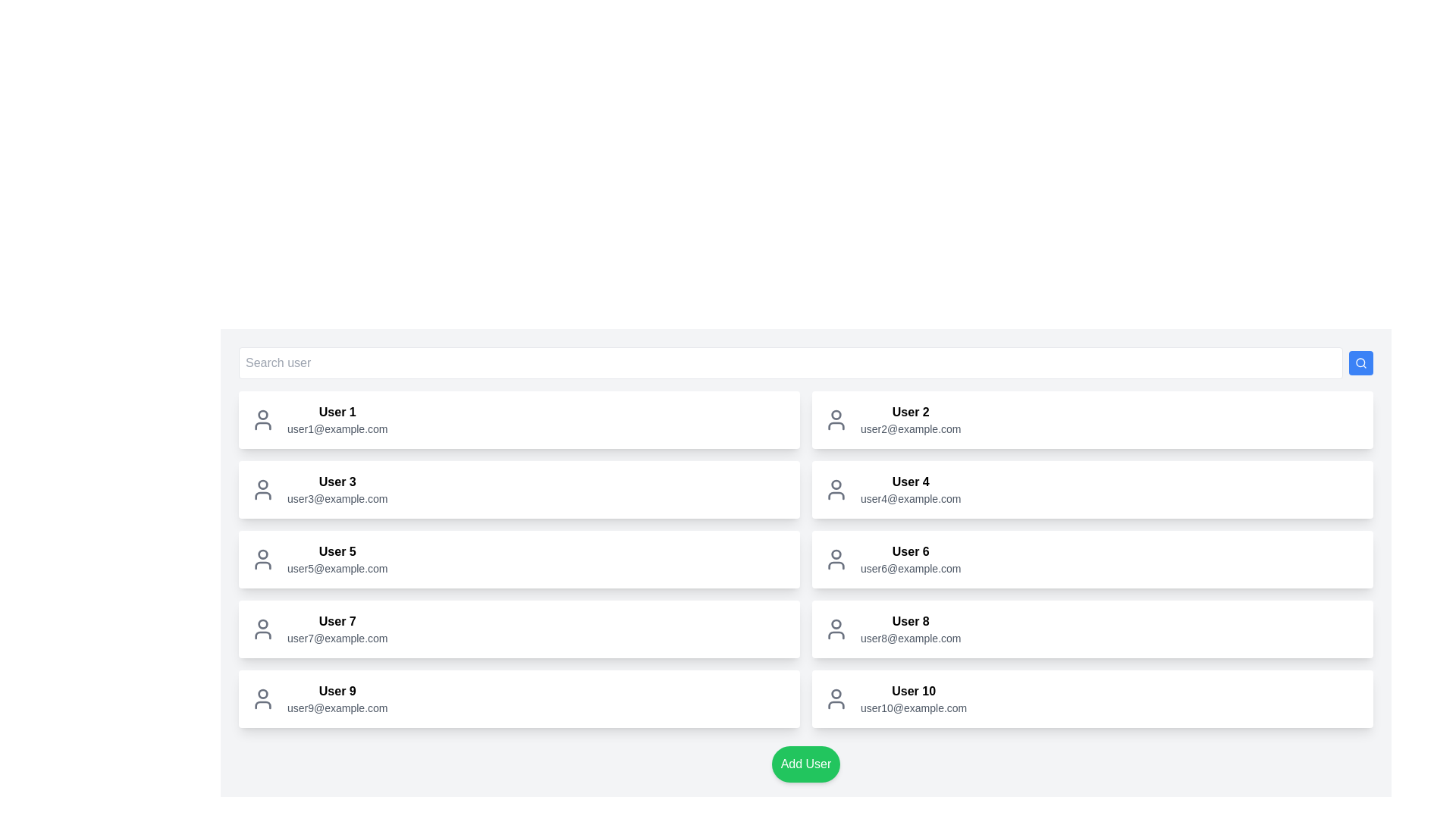 This screenshot has width=1456, height=819. Describe the element at coordinates (1092, 489) in the screenshot. I see `the user profile card for 'User 4'` at that location.